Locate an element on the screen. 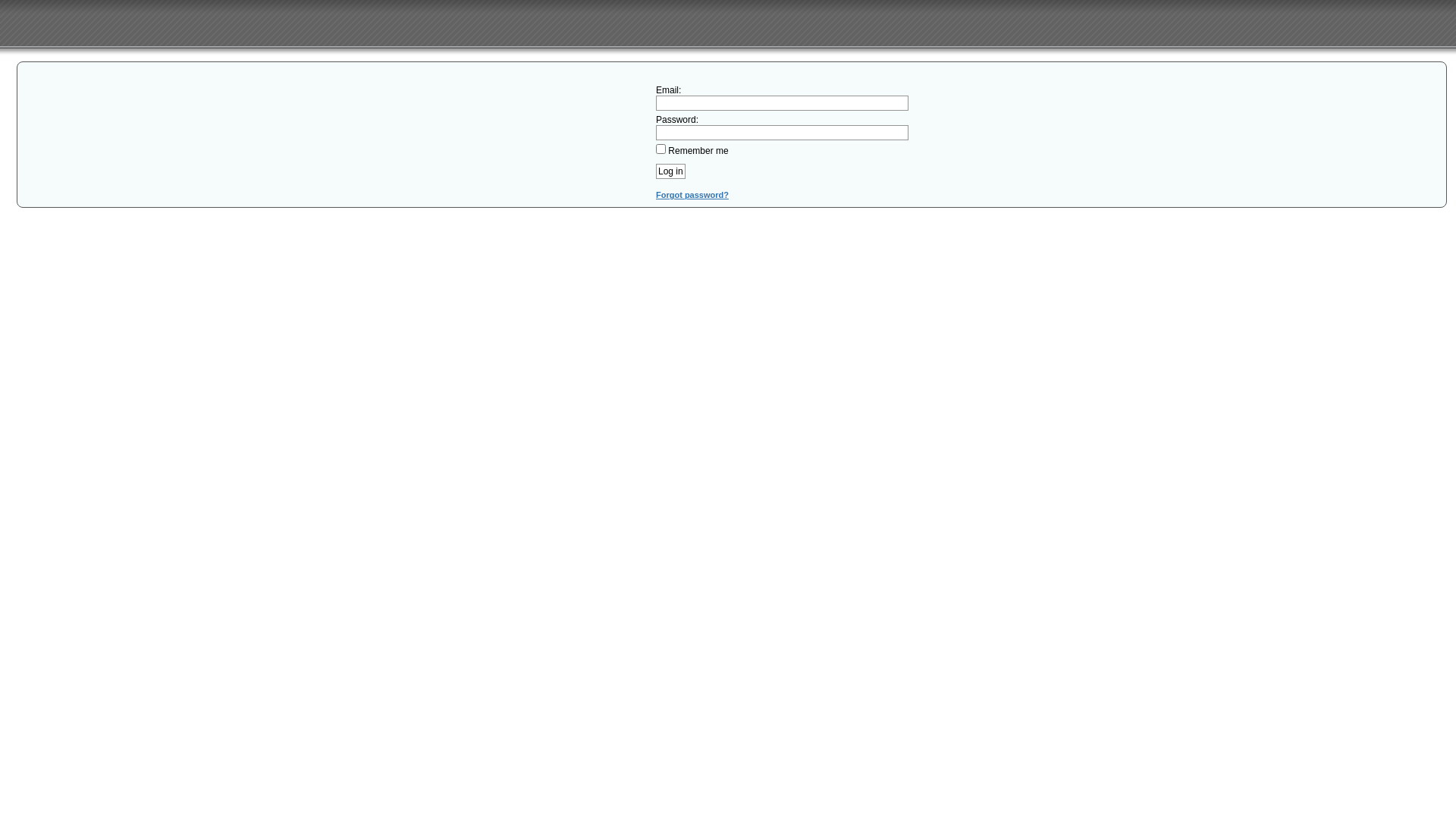 The height and width of the screenshot is (819, 1456). 'Forgot password?' is located at coordinates (691, 194).